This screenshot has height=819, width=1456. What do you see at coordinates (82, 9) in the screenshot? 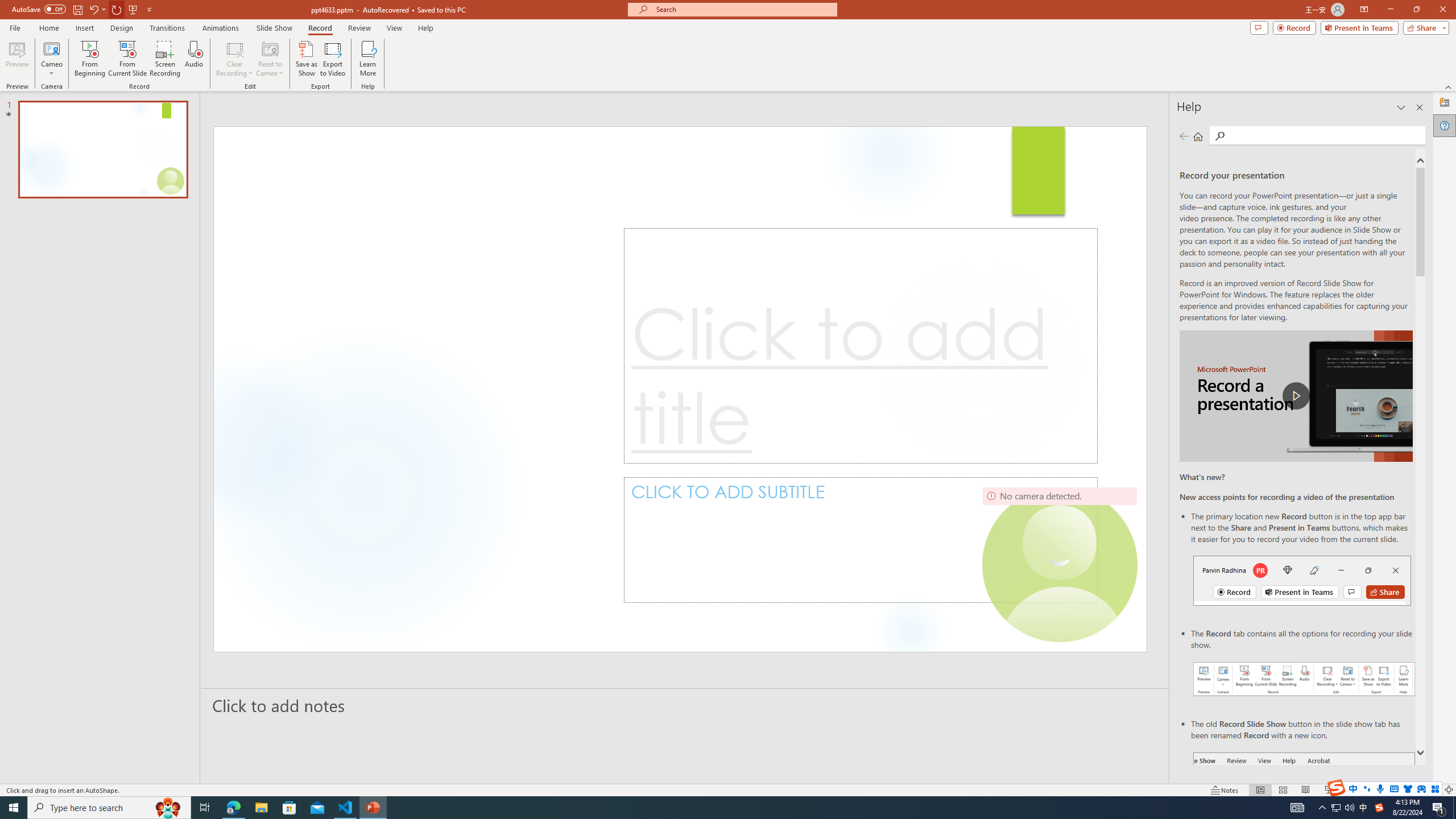
I see `'Quick Access Toolbar'` at bounding box center [82, 9].